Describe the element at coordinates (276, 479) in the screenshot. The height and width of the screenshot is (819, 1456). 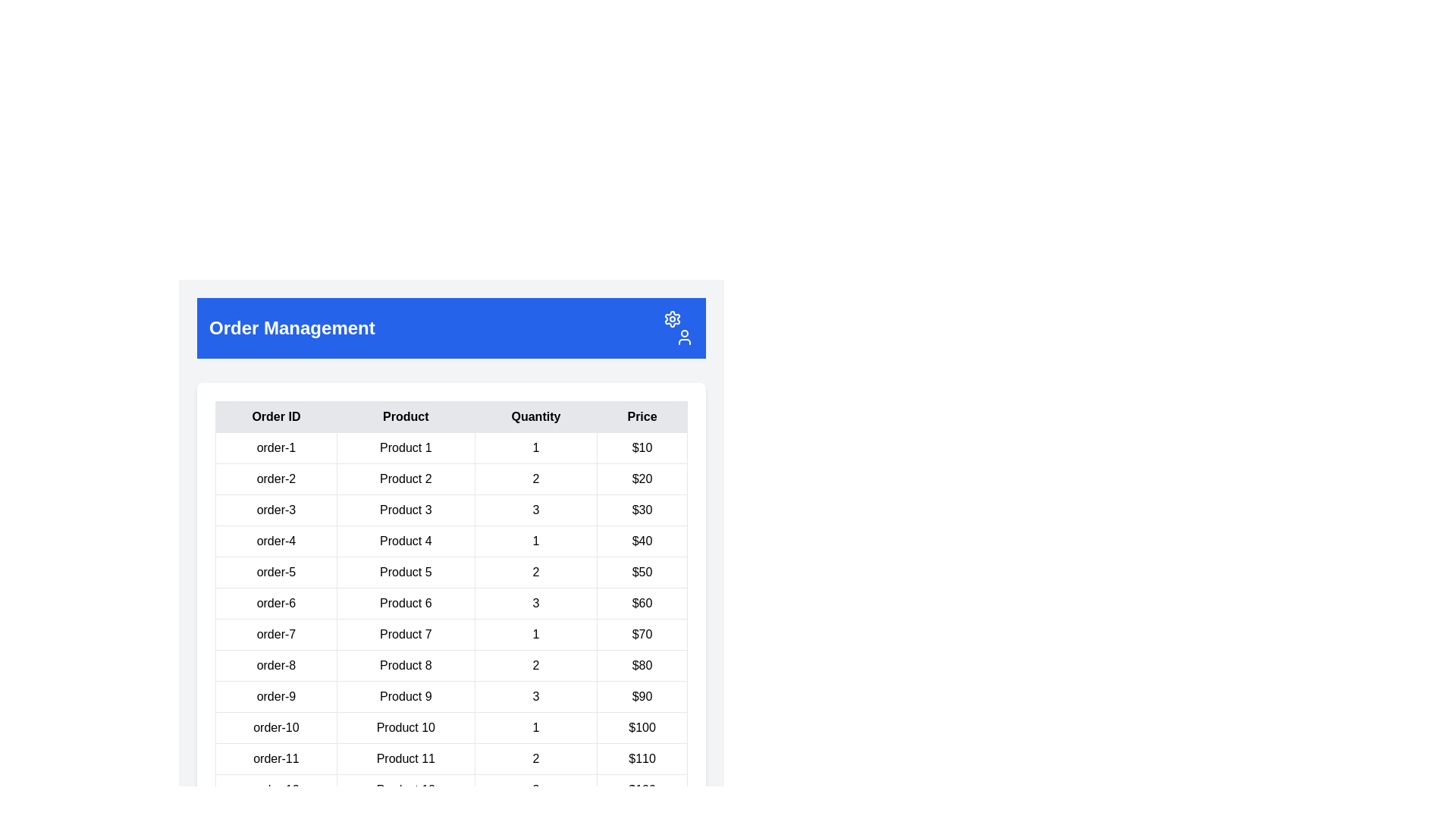
I see `text content of the Text label that signifies the unique identifier for an order, located in the leftmost column of a table row` at that location.